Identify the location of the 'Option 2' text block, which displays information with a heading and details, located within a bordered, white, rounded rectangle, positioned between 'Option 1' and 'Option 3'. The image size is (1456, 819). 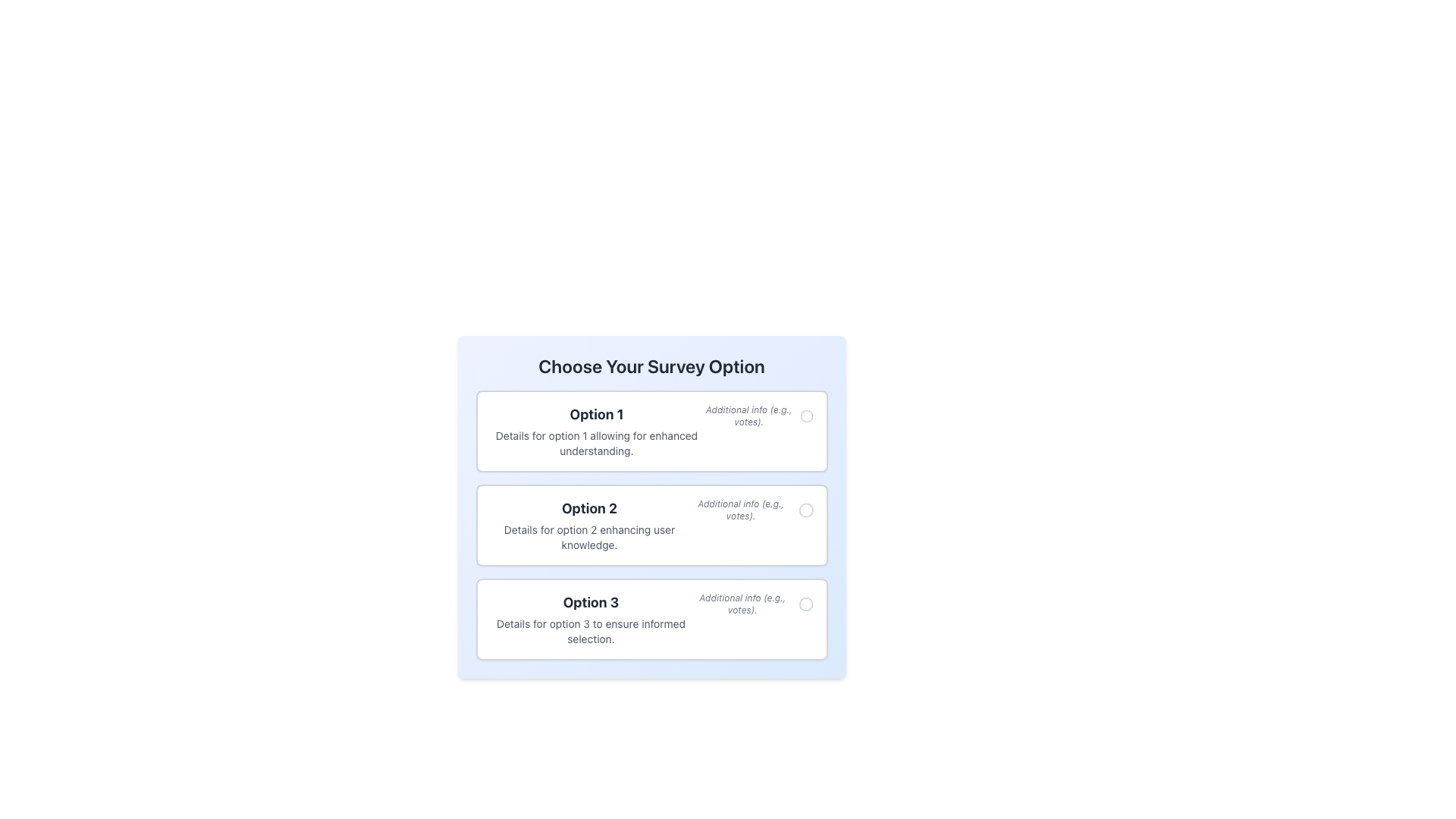
(588, 525).